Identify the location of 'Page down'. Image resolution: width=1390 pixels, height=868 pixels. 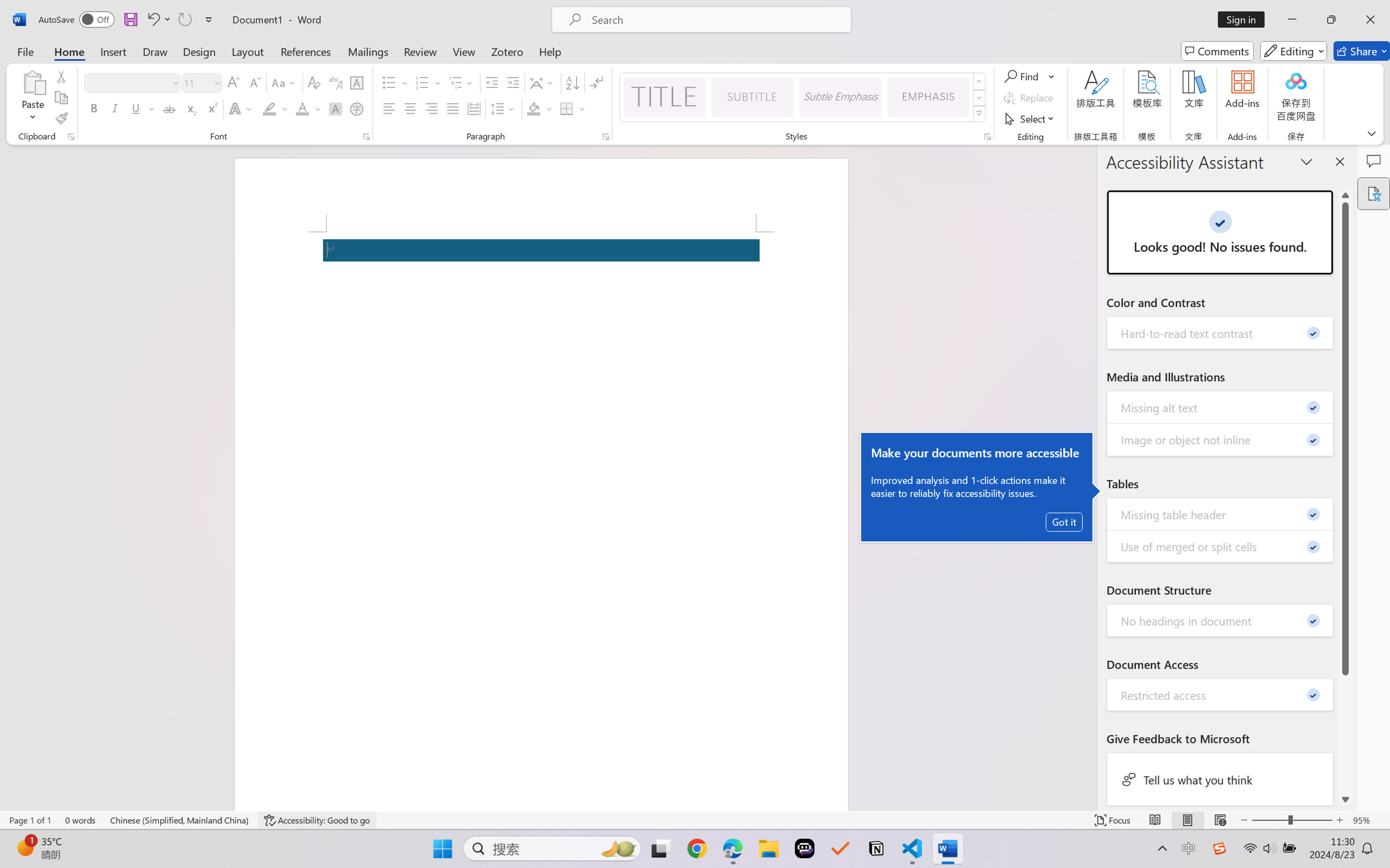
(1345, 734).